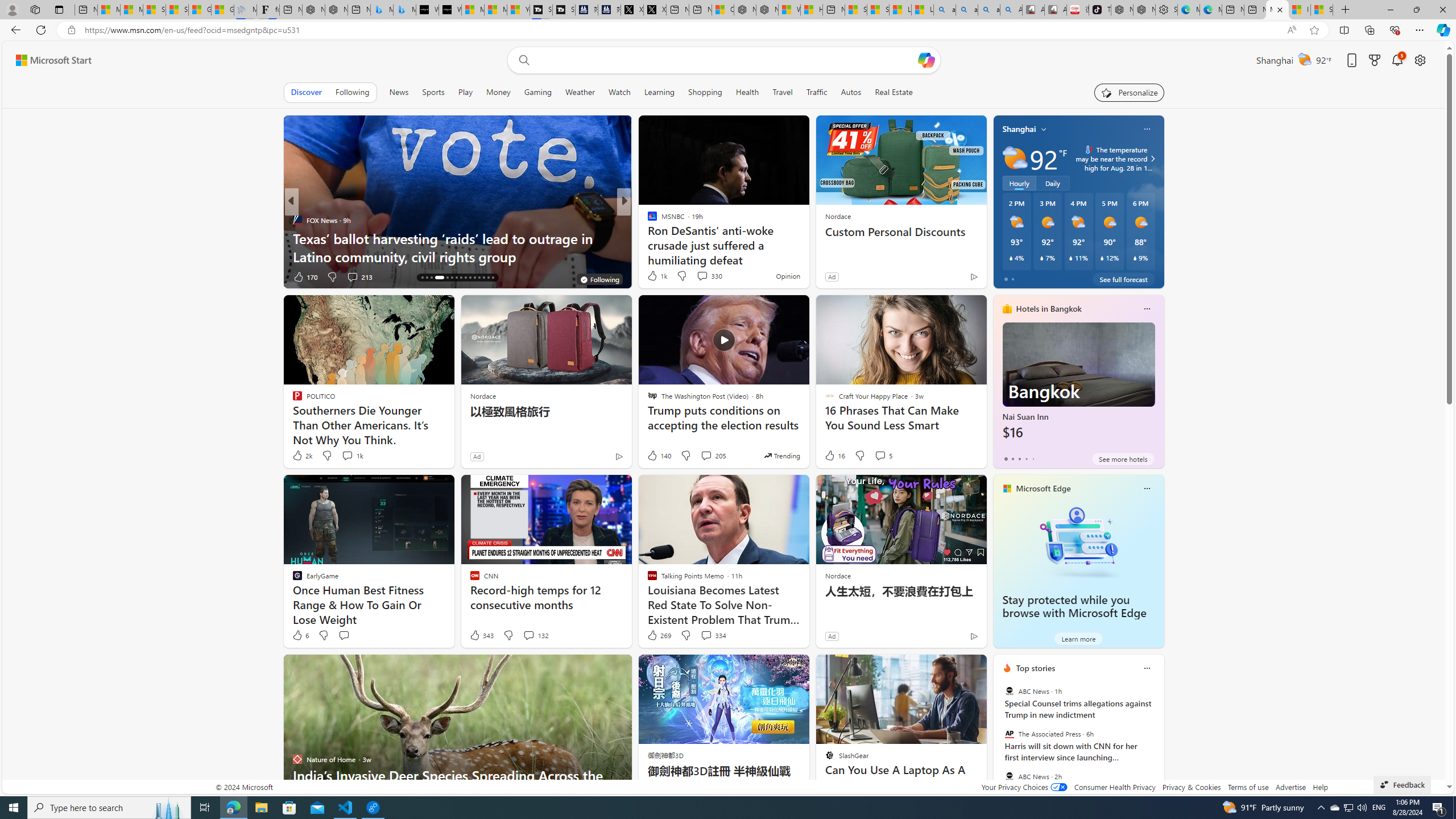 The image size is (1456, 819). What do you see at coordinates (834, 455) in the screenshot?
I see `'16 Like'` at bounding box center [834, 455].